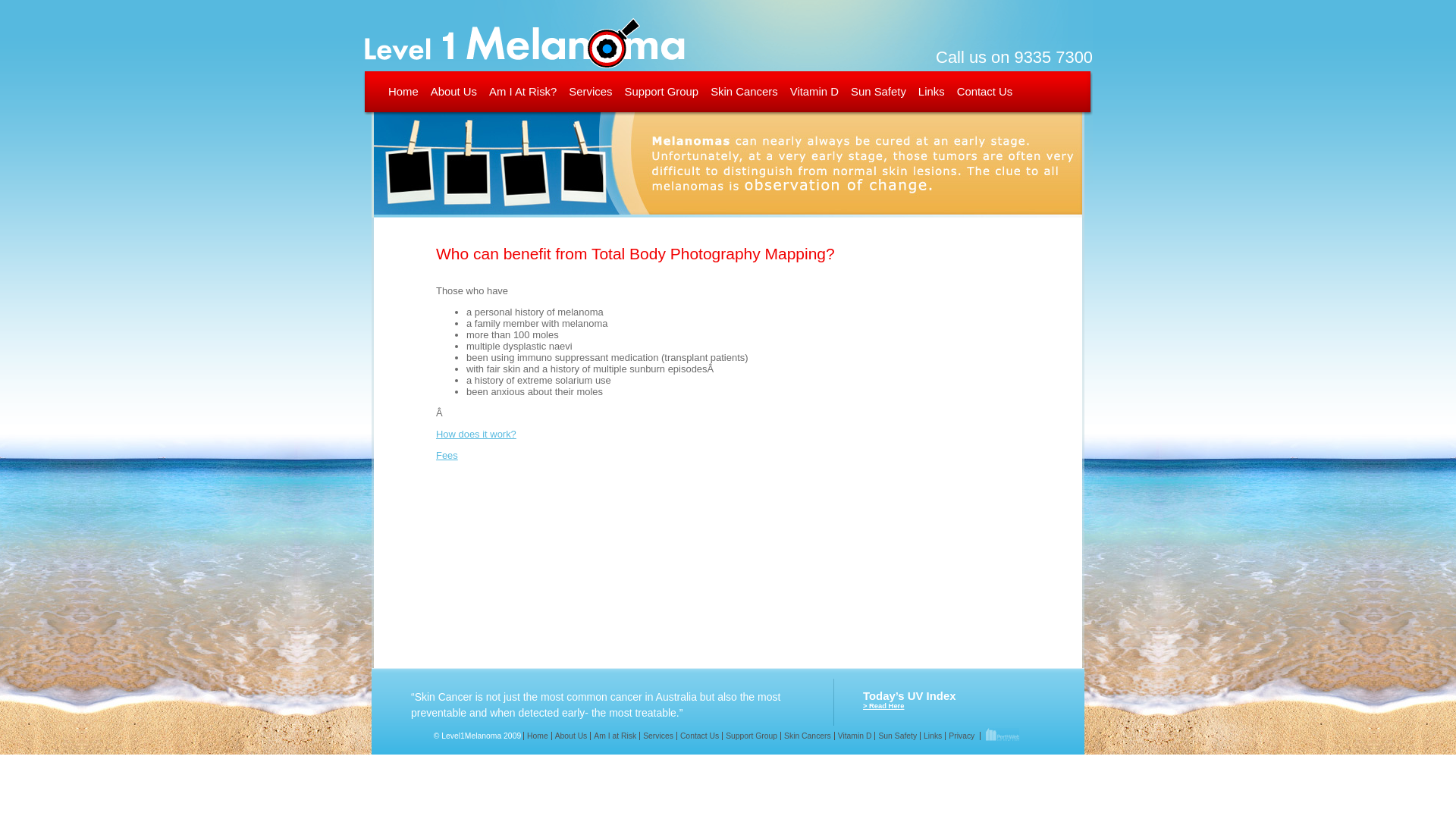  I want to click on 'Vitamin D', so click(833, 735).